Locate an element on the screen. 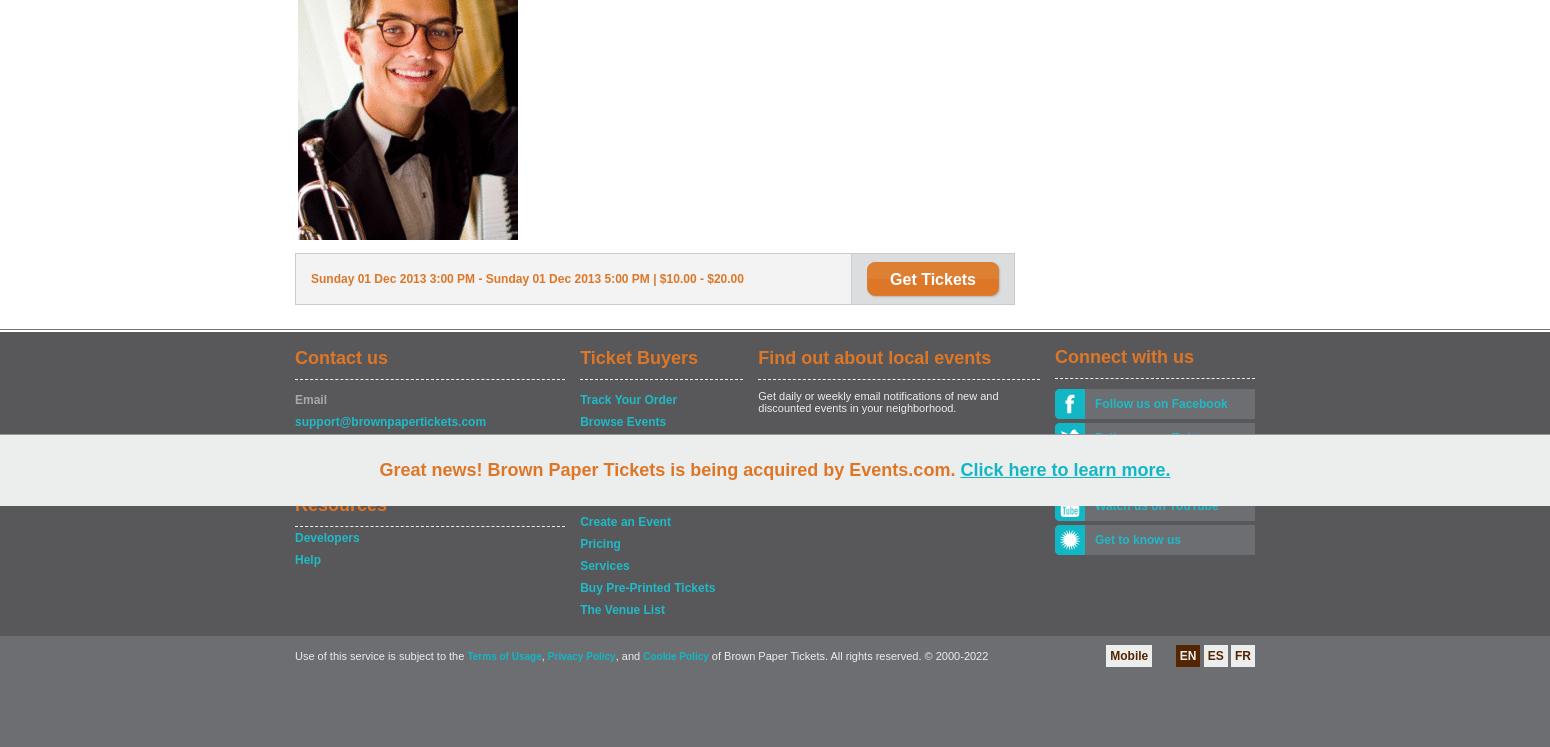 The width and height of the screenshot is (1550, 747). 'Terms of Usage' is located at coordinates (503, 655).